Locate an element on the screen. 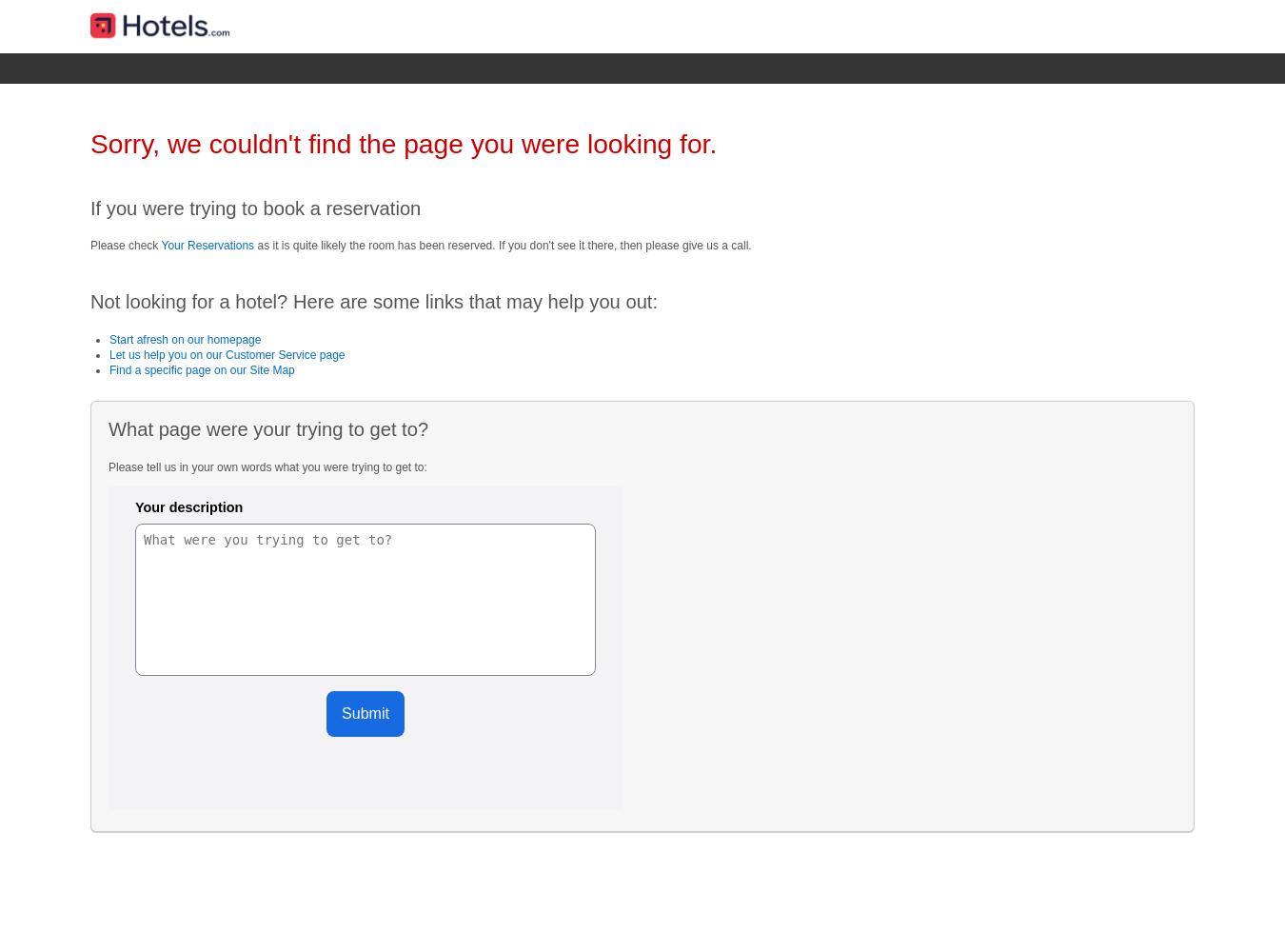 The image size is (1285, 952). 'Please tell us in your own words what you were trying to get to:' is located at coordinates (108, 466).